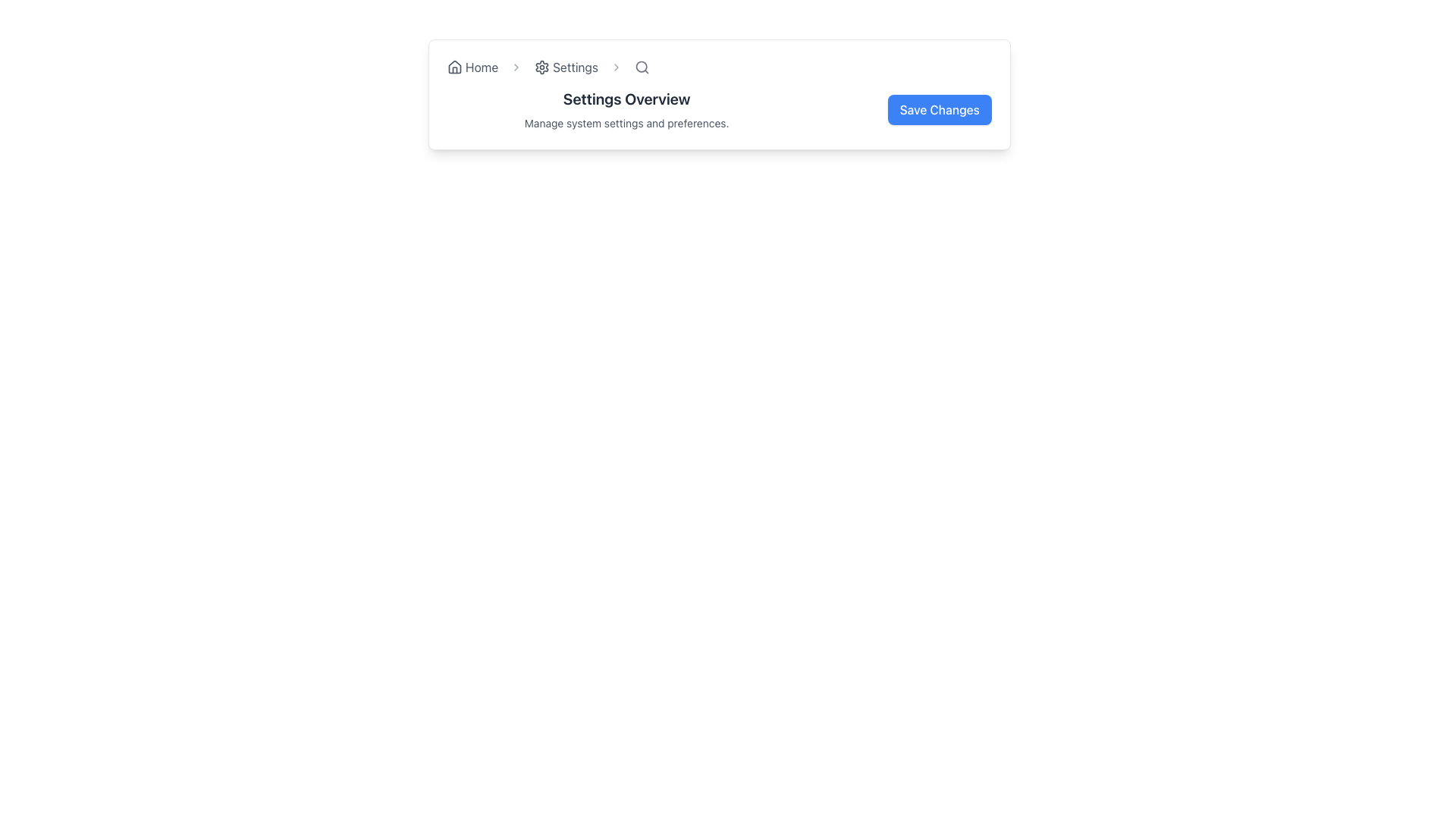 This screenshot has width=1456, height=819. I want to click on the explanatory text label located directly below the title in the 'Settings Overview' section of the interface, so click(626, 122).